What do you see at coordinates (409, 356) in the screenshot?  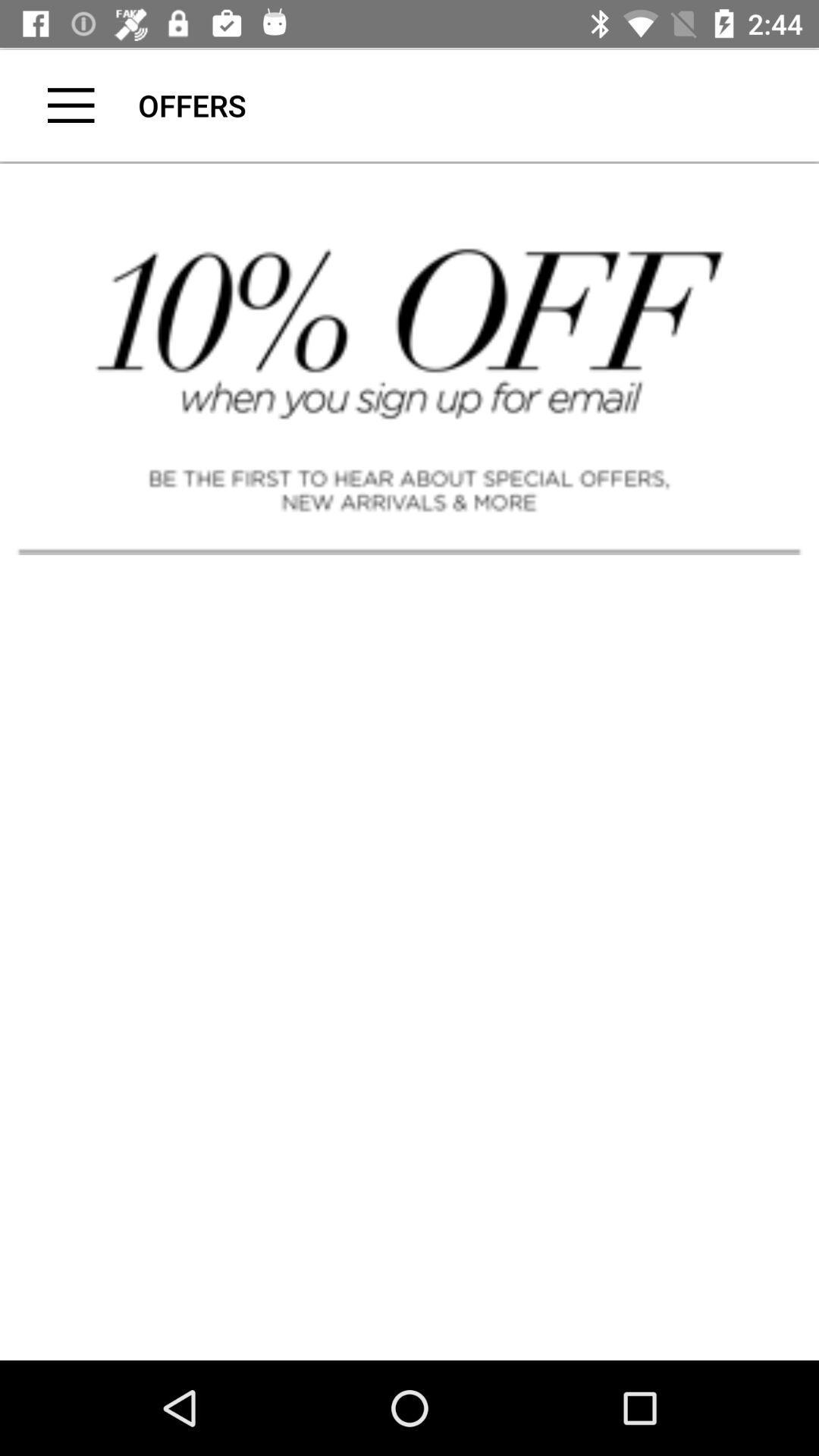 I see `cick discount advertisement` at bounding box center [409, 356].